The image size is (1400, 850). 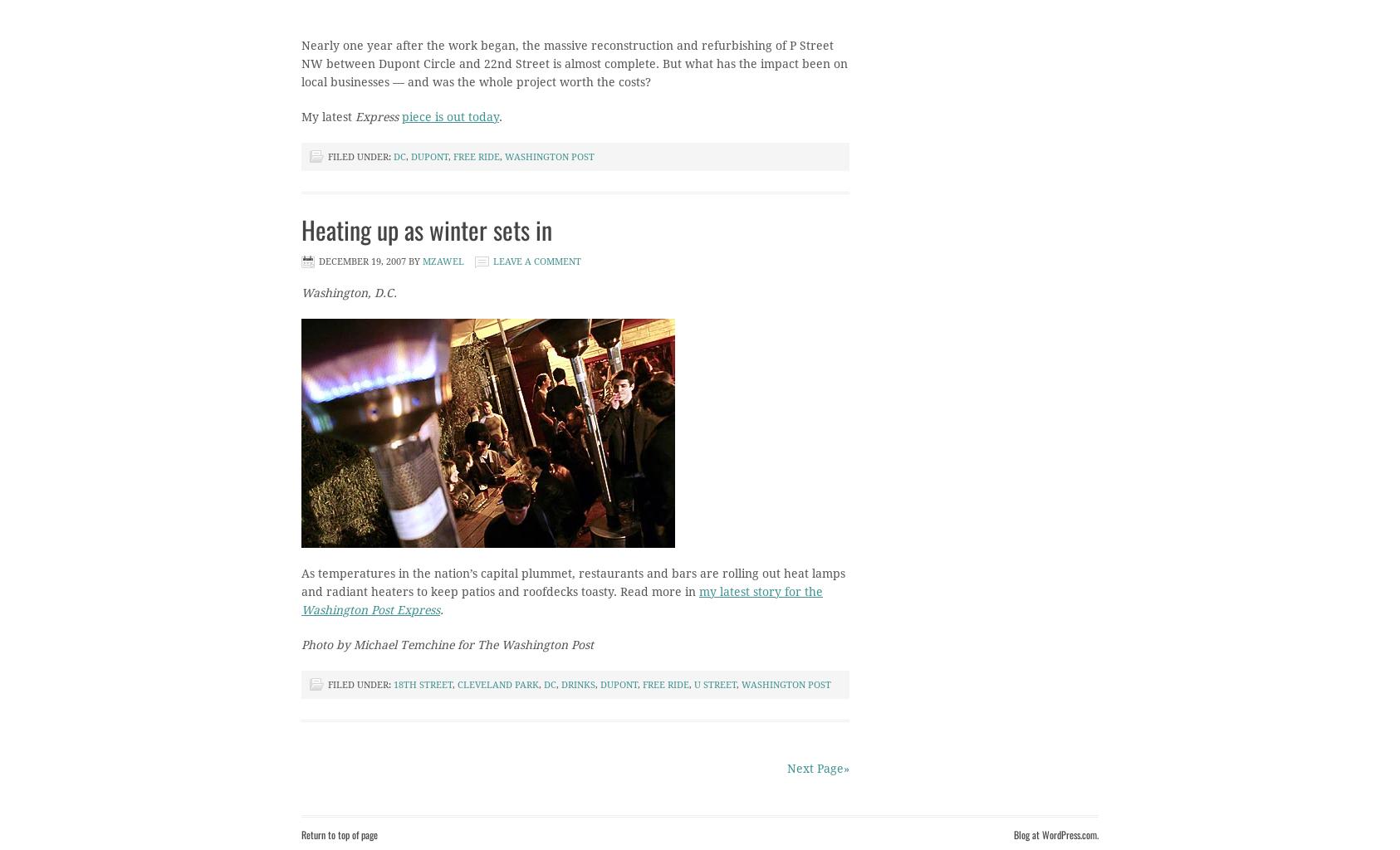 I want to click on 'Washington Post Express', so click(x=370, y=609).